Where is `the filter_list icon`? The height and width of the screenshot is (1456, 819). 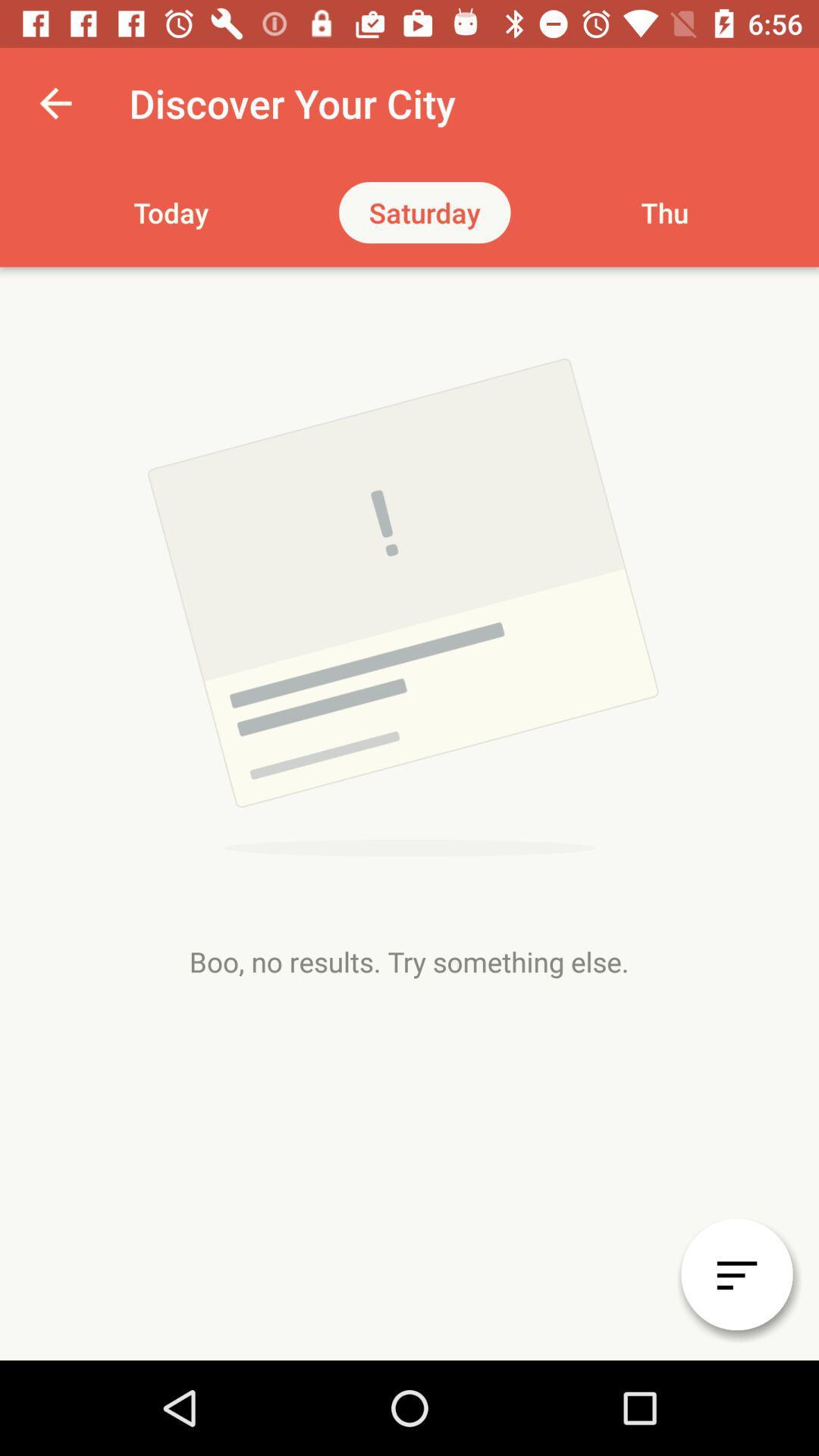
the filter_list icon is located at coordinates (736, 1274).